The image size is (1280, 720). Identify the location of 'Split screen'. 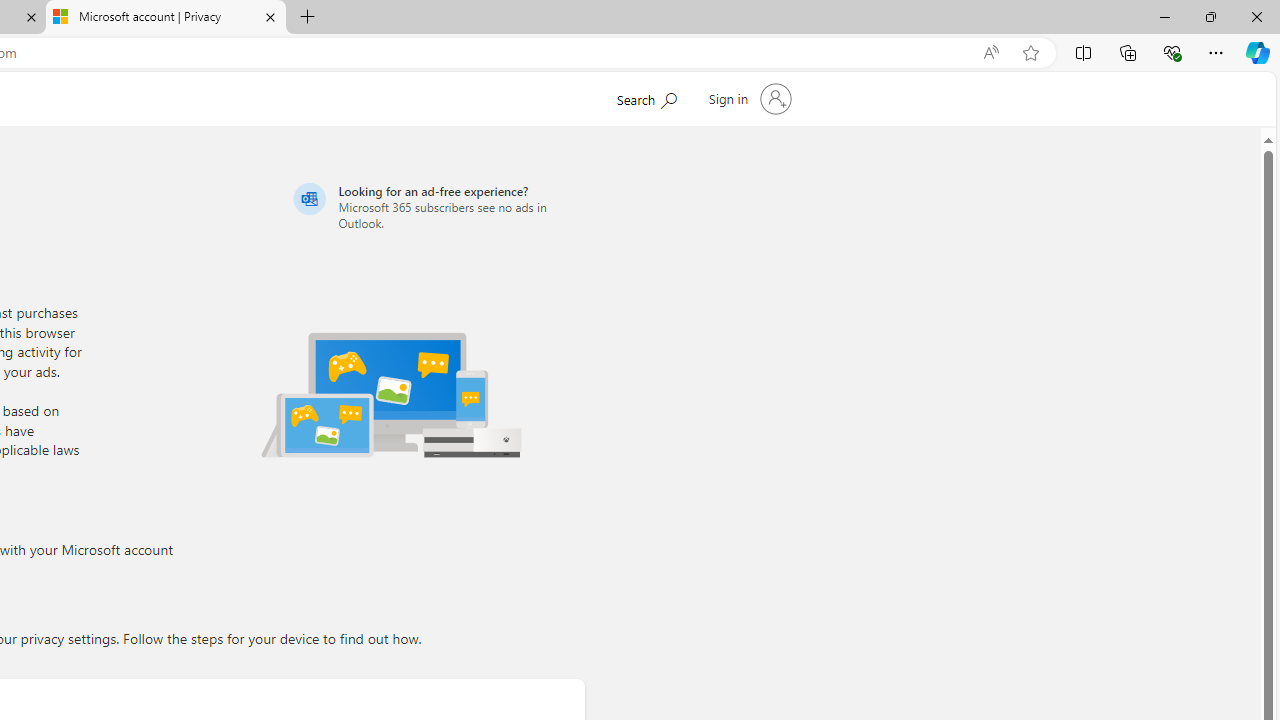
(1082, 51).